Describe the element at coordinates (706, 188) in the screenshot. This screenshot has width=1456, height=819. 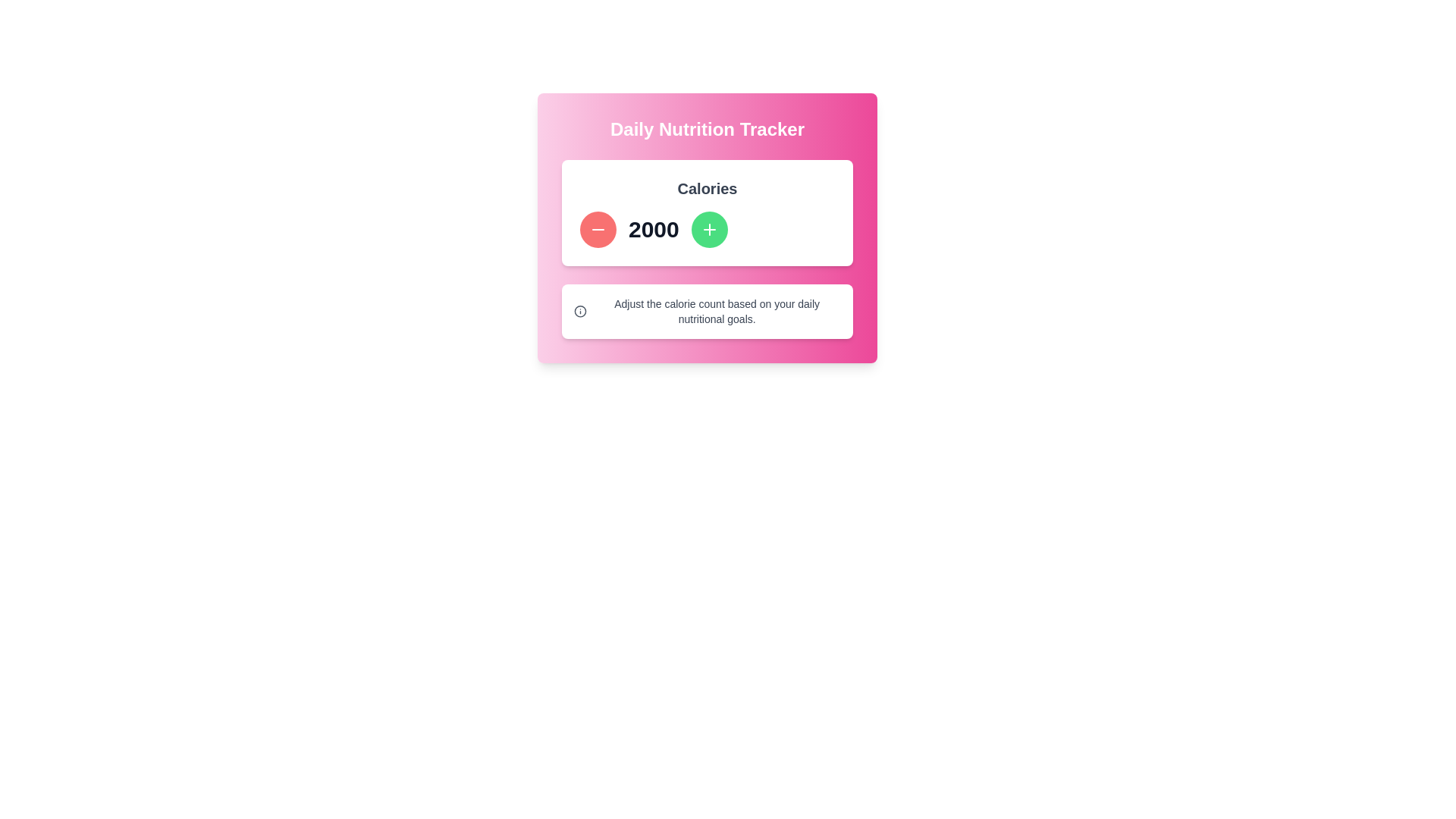
I see `the 'Calories' label located in the upper portion of a white card with rounded corners, which is horizontally centered above the numeric calorie value and adjustment buttons` at that location.